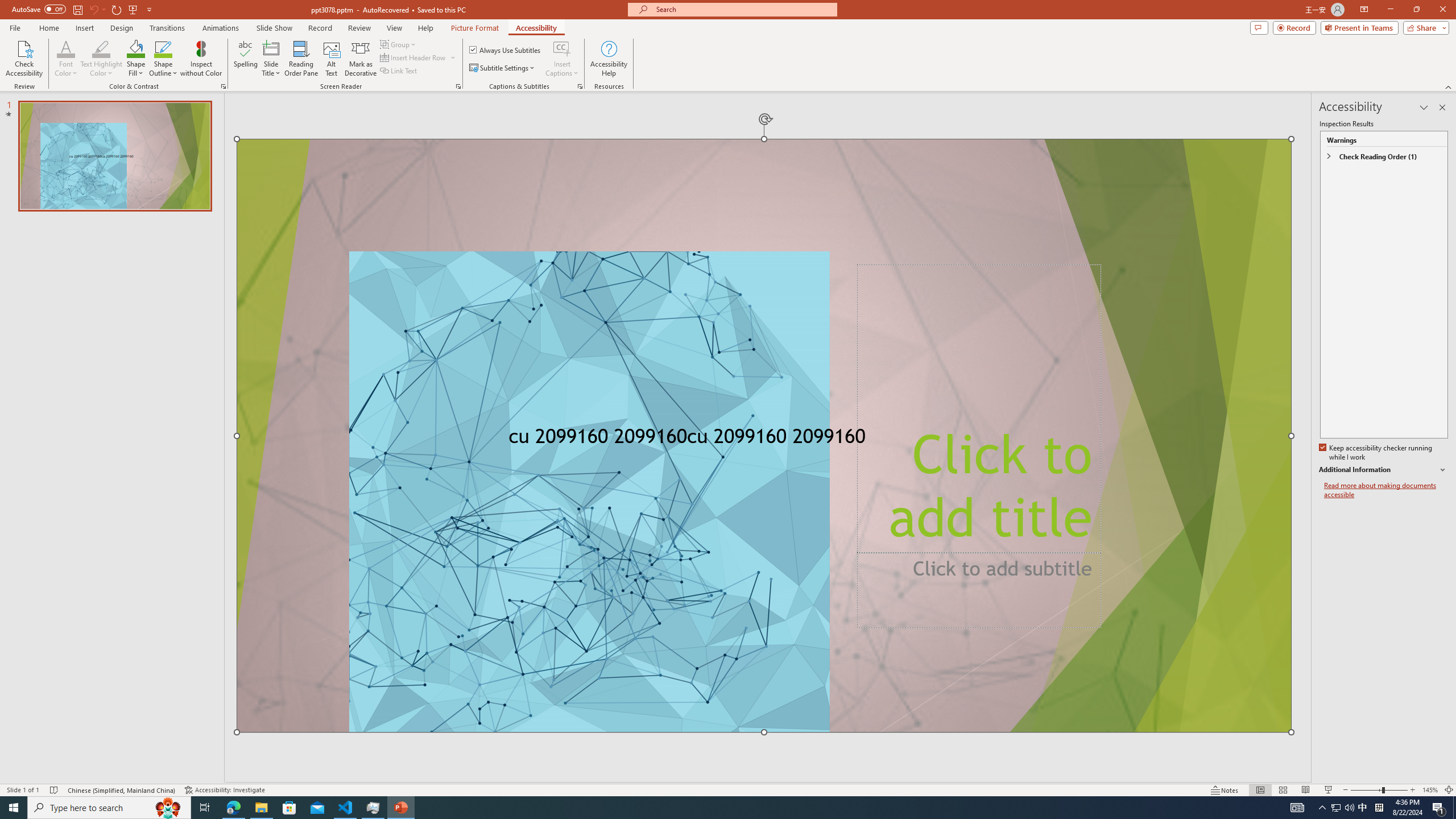 This screenshot has width=1456, height=819. What do you see at coordinates (458, 85) in the screenshot?
I see `'Screen Reader'` at bounding box center [458, 85].